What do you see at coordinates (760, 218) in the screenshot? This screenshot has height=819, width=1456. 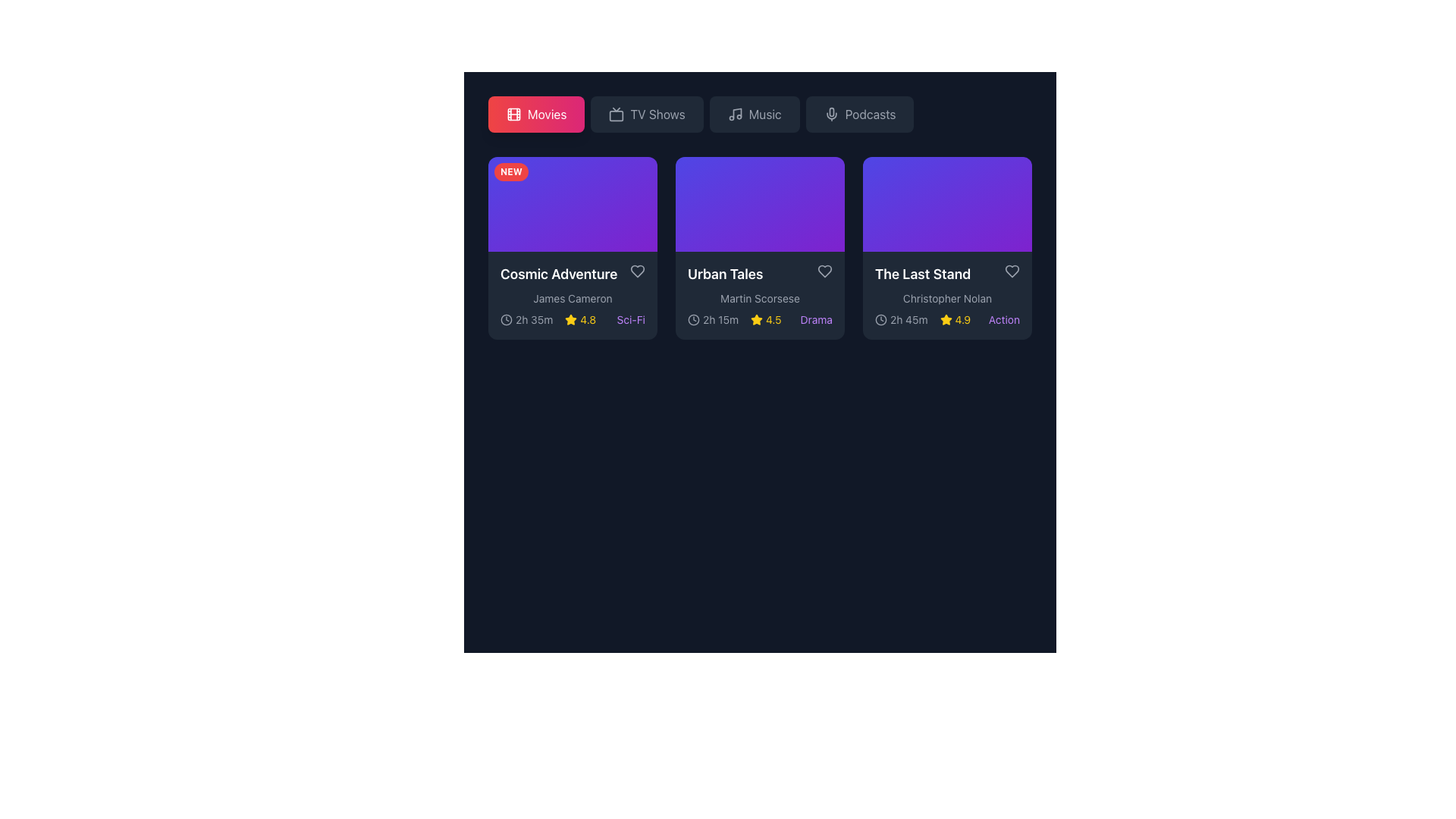 I see `the purple gradient card` at bounding box center [760, 218].